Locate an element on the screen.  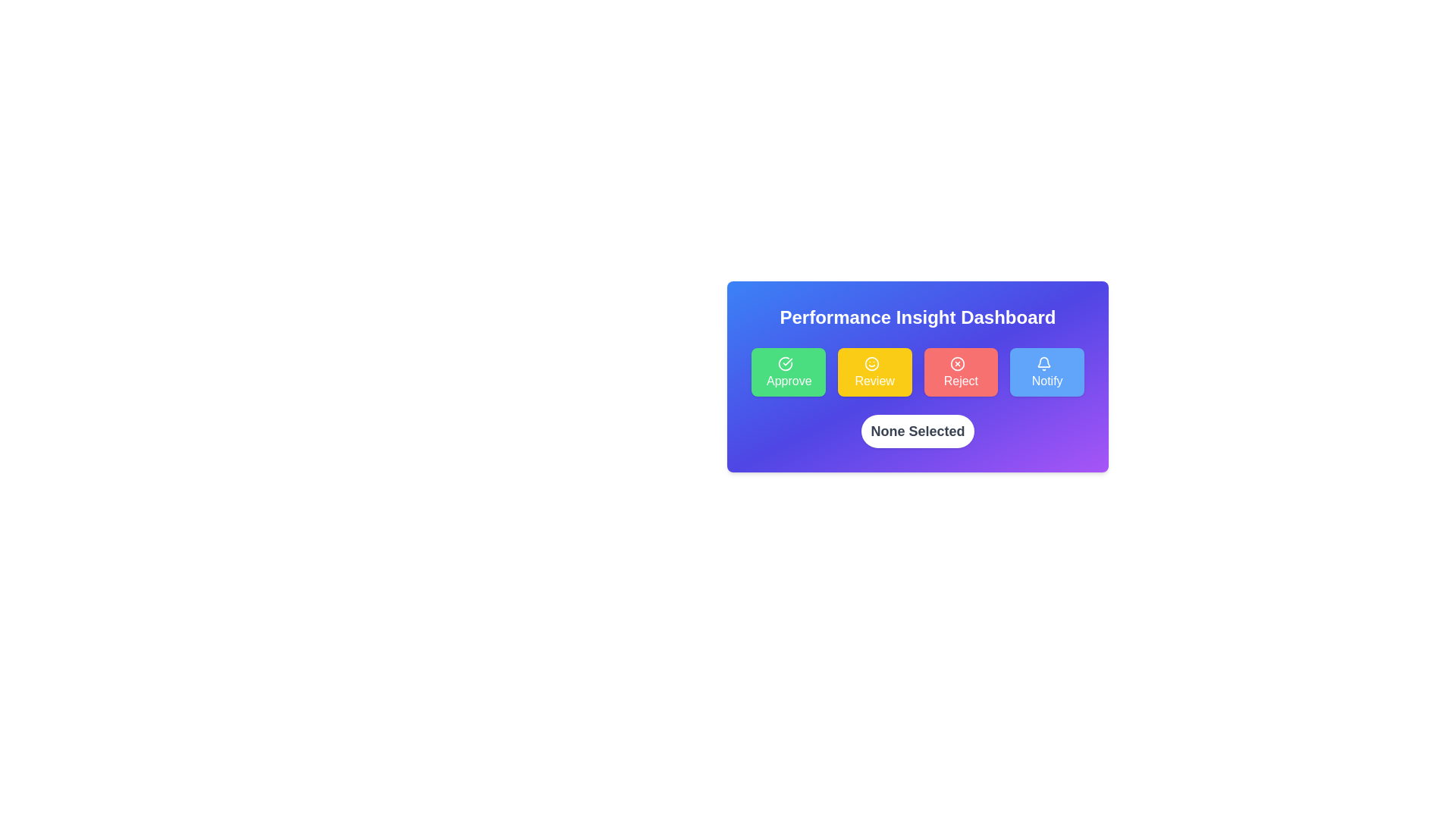
primary circular shape of the smiley face icon located in the toolbar, which serves as a graphical representation and feedback cue is located at coordinates (871, 363).